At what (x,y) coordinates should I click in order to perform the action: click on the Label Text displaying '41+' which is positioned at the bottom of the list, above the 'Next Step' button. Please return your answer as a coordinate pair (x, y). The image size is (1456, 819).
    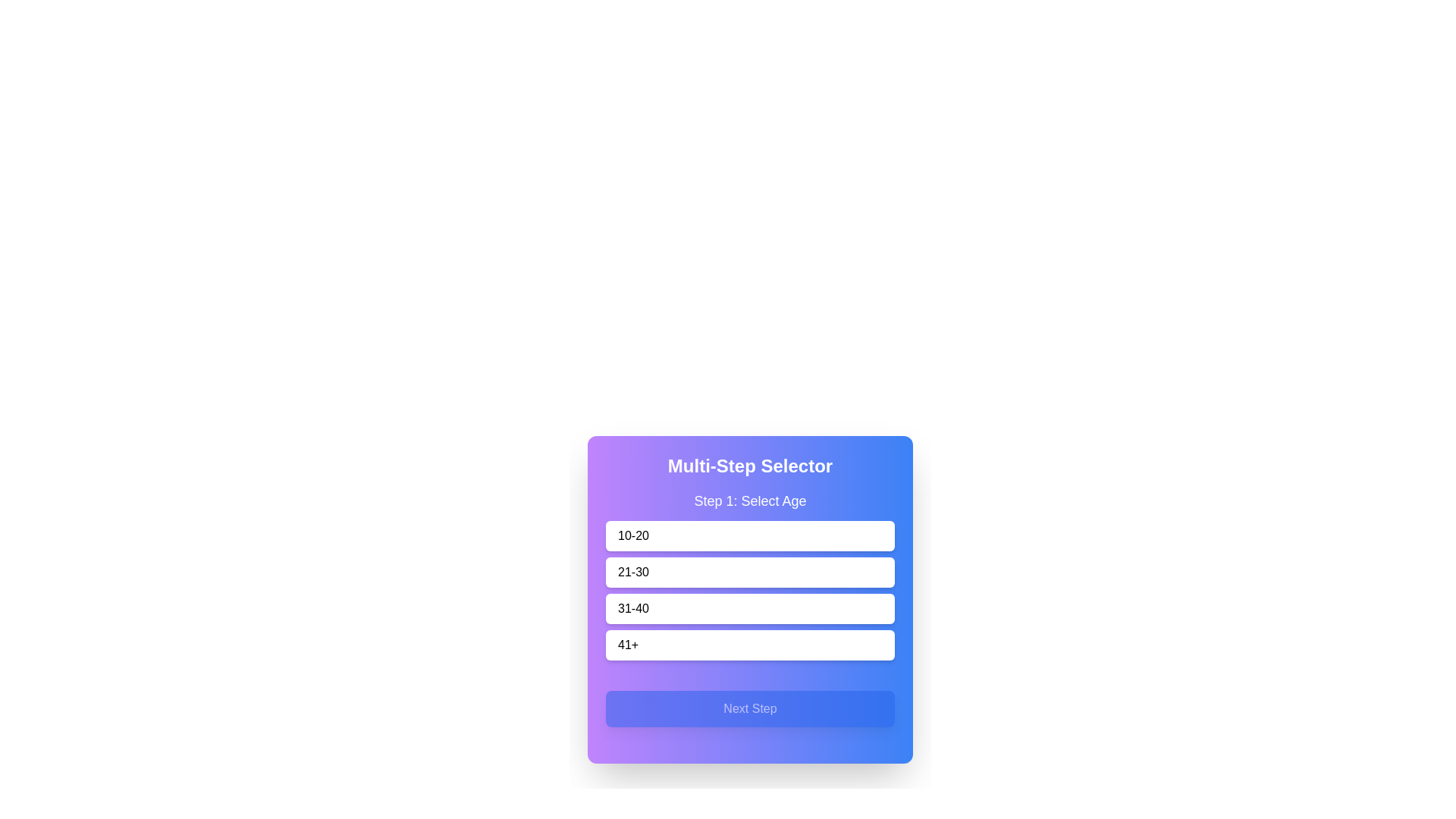
    Looking at the image, I should click on (628, 645).